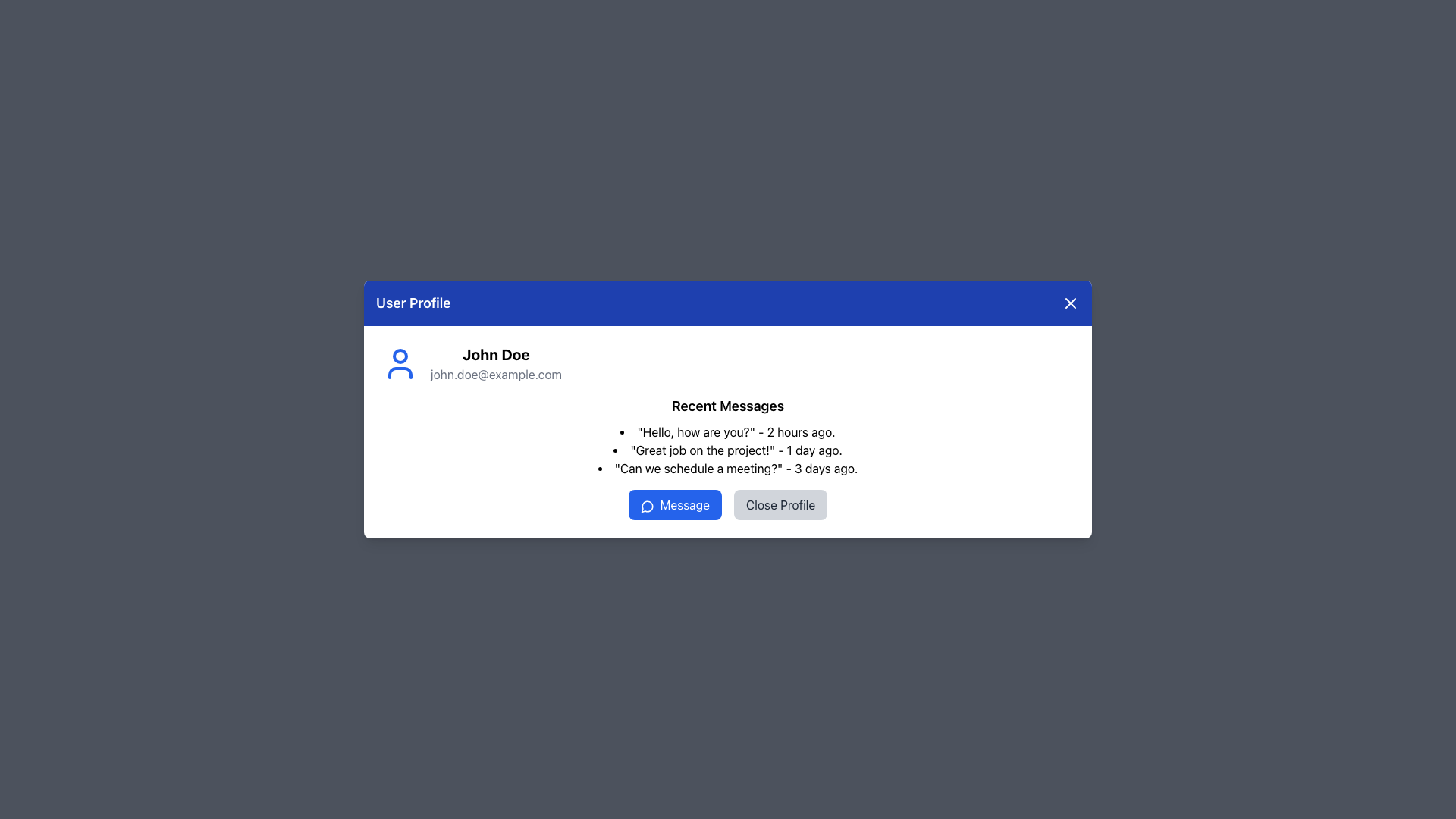 Image resolution: width=1456 pixels, height=819 pixels. I want to click on the Text List that displays recent user messages or notifications, located centrally in the User Profile dialog, just below the 'Recent Messages' header, so click(728, 450).